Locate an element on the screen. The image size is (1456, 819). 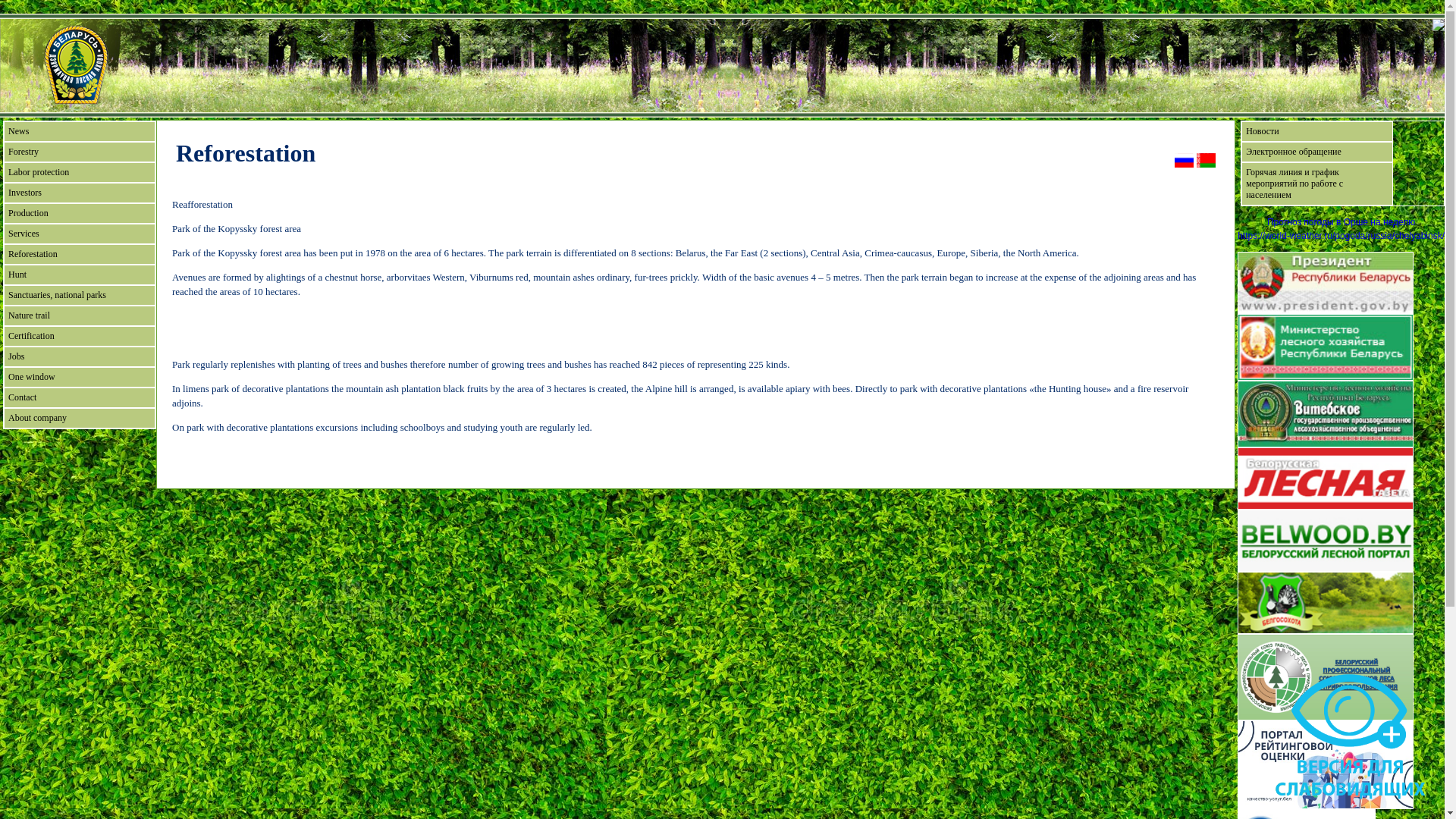
'Production' is located at coordinates (79, 213).